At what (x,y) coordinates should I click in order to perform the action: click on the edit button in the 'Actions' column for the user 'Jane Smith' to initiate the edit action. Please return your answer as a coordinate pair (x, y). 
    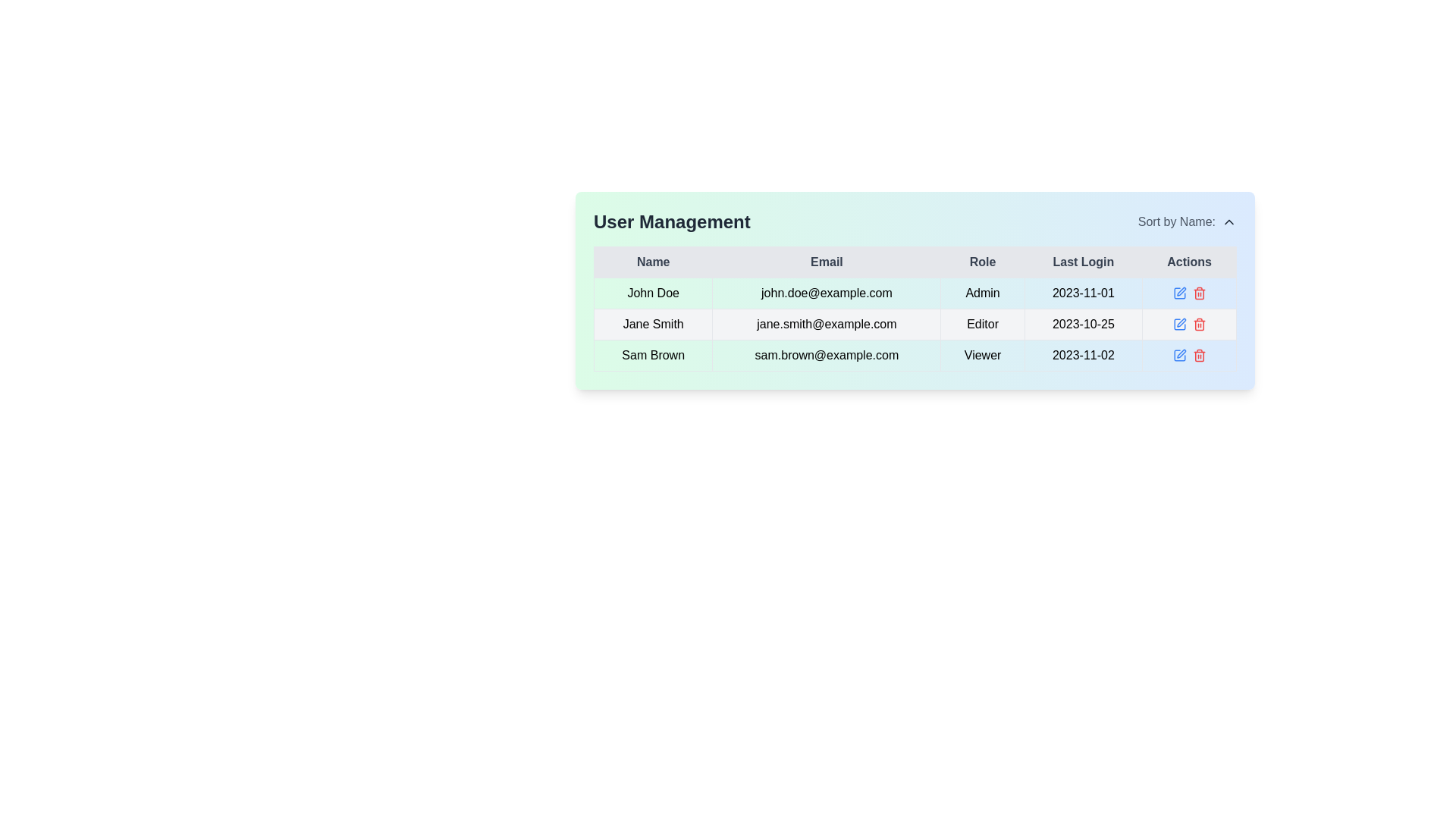
    Looking at the image, I should click on (1178, 324).